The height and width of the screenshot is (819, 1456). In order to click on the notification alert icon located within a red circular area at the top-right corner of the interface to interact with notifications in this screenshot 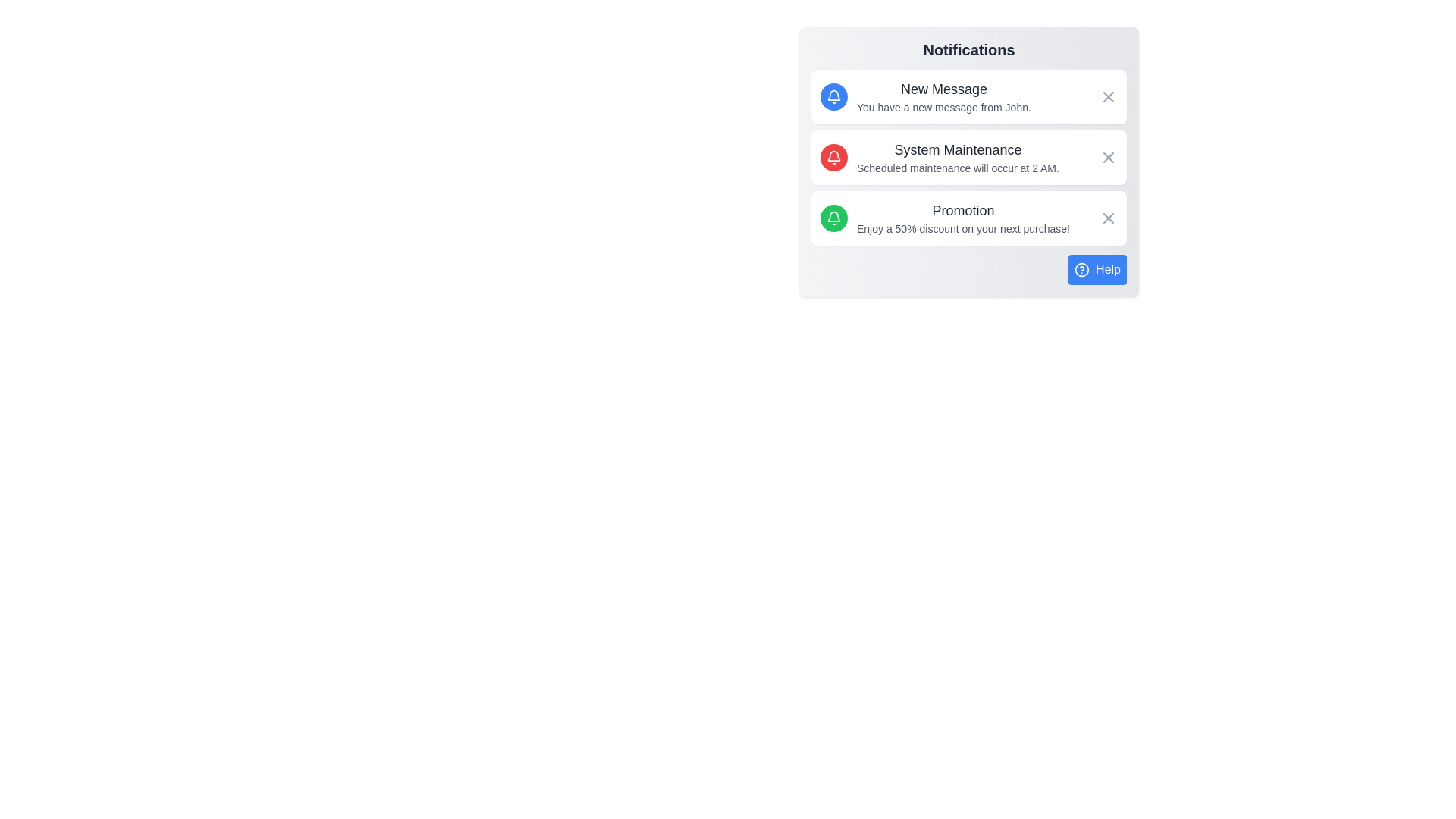, I will do `click(833, 158)`.